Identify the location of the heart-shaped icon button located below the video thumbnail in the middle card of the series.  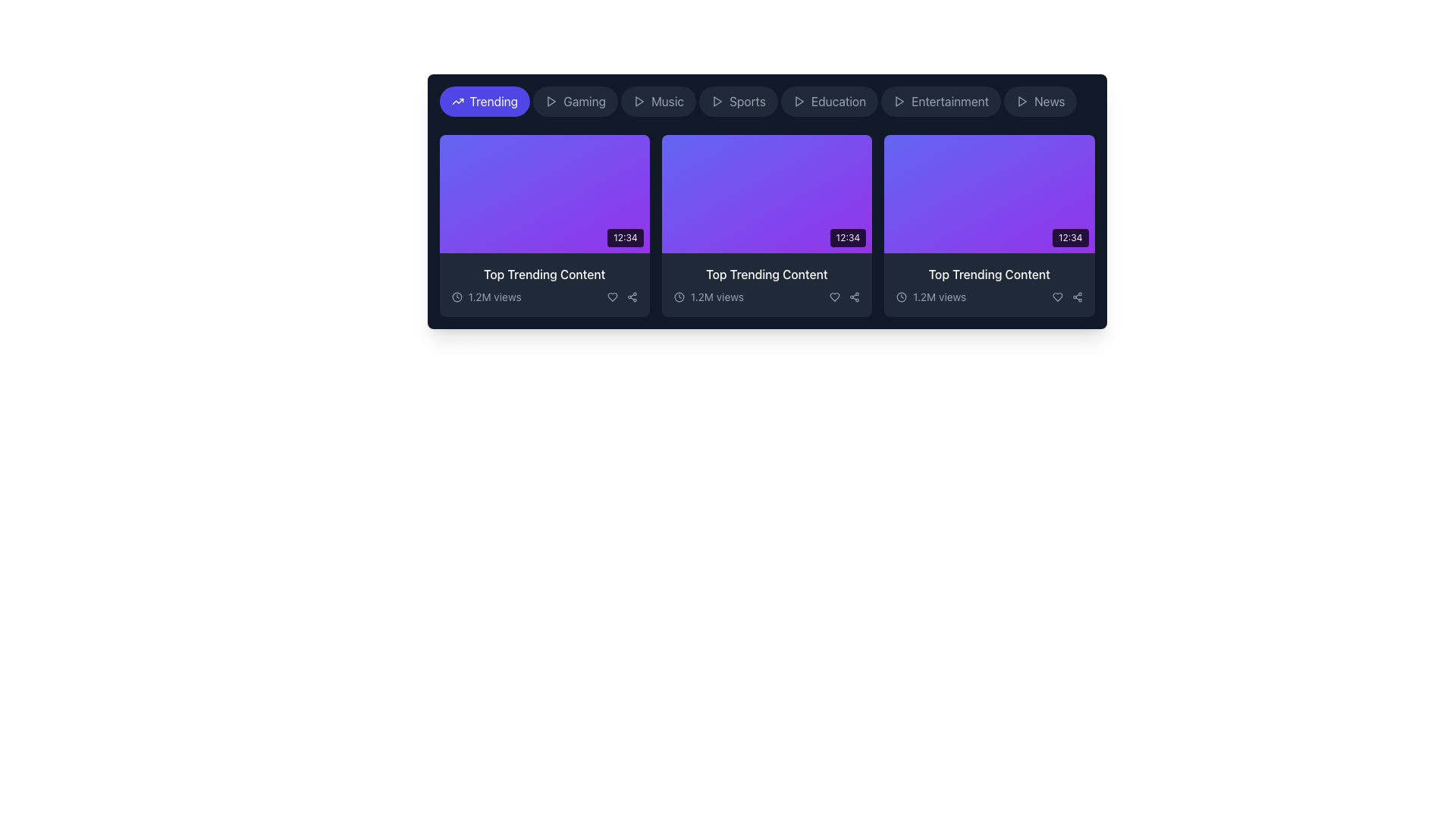
(834, 297).